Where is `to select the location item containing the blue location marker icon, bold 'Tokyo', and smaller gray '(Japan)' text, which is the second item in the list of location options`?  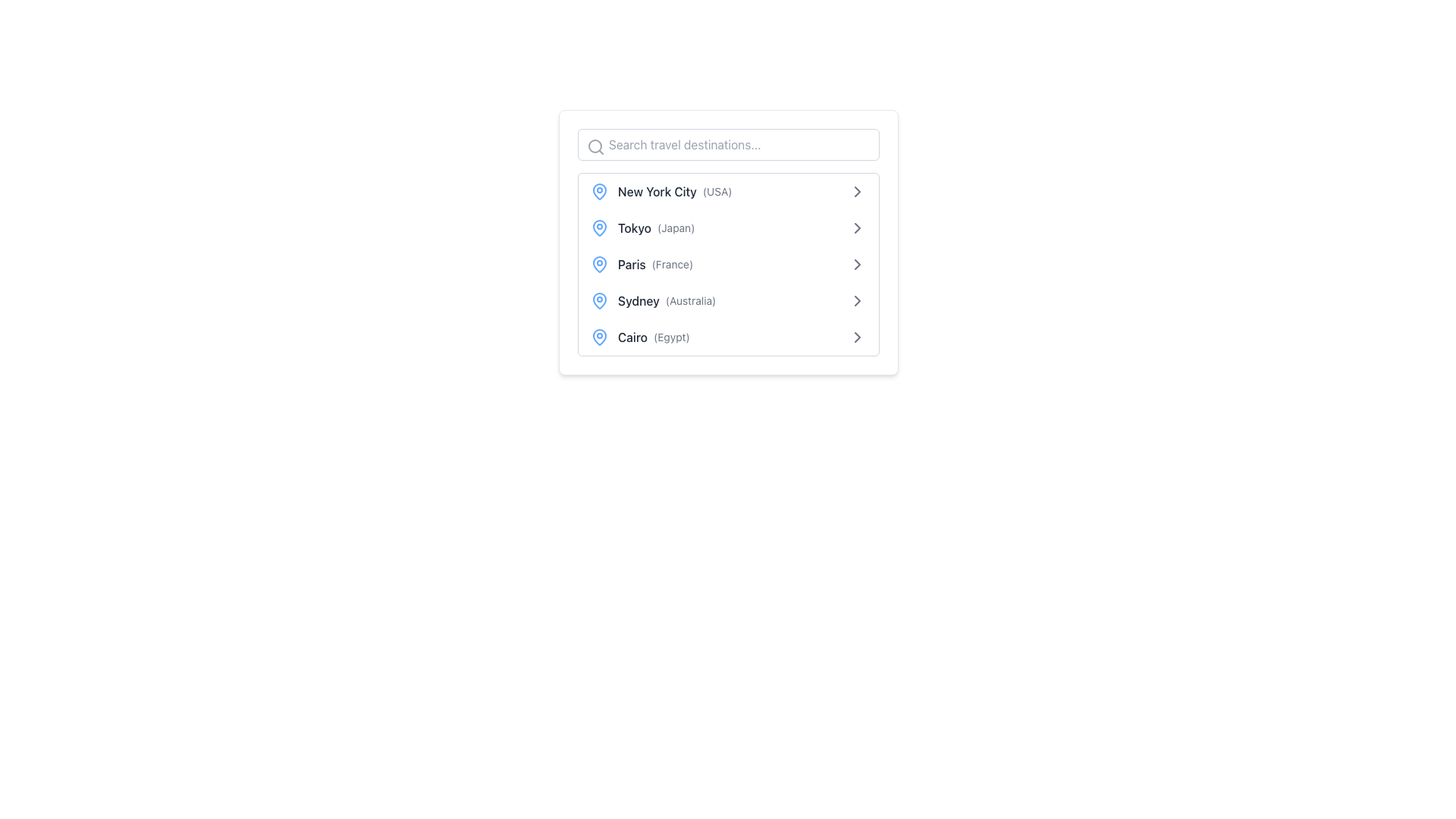 to select the location item containing the blue location marker icon, bold 'Tokyo', and smaller gray '(Japan)' text, which is the second item in the list of location options is located at coordinates (642, 227).